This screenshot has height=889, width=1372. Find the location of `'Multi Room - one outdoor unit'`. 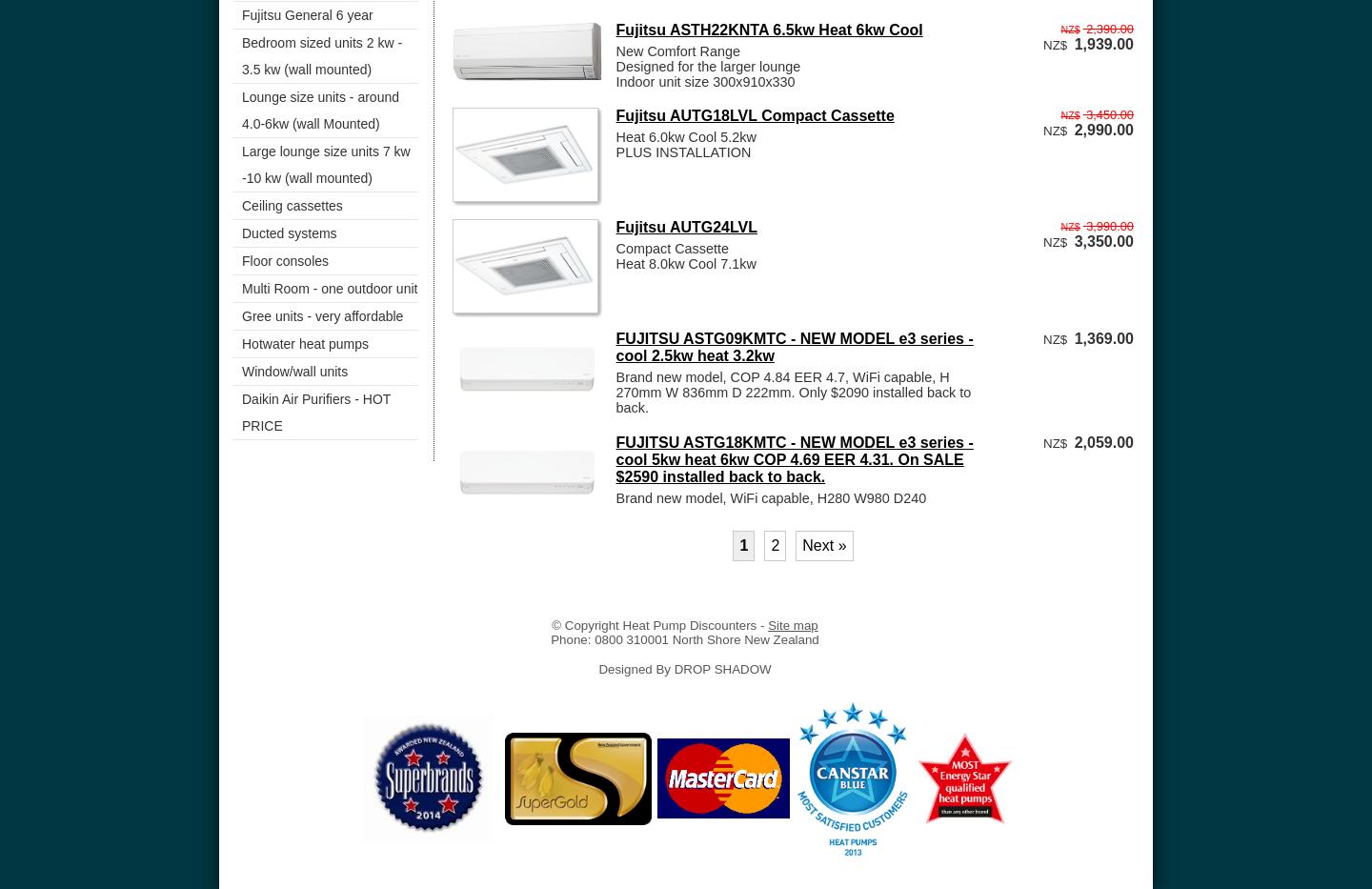

'Multi Room - one outdoor unit' is located at coordinates (241, 289).